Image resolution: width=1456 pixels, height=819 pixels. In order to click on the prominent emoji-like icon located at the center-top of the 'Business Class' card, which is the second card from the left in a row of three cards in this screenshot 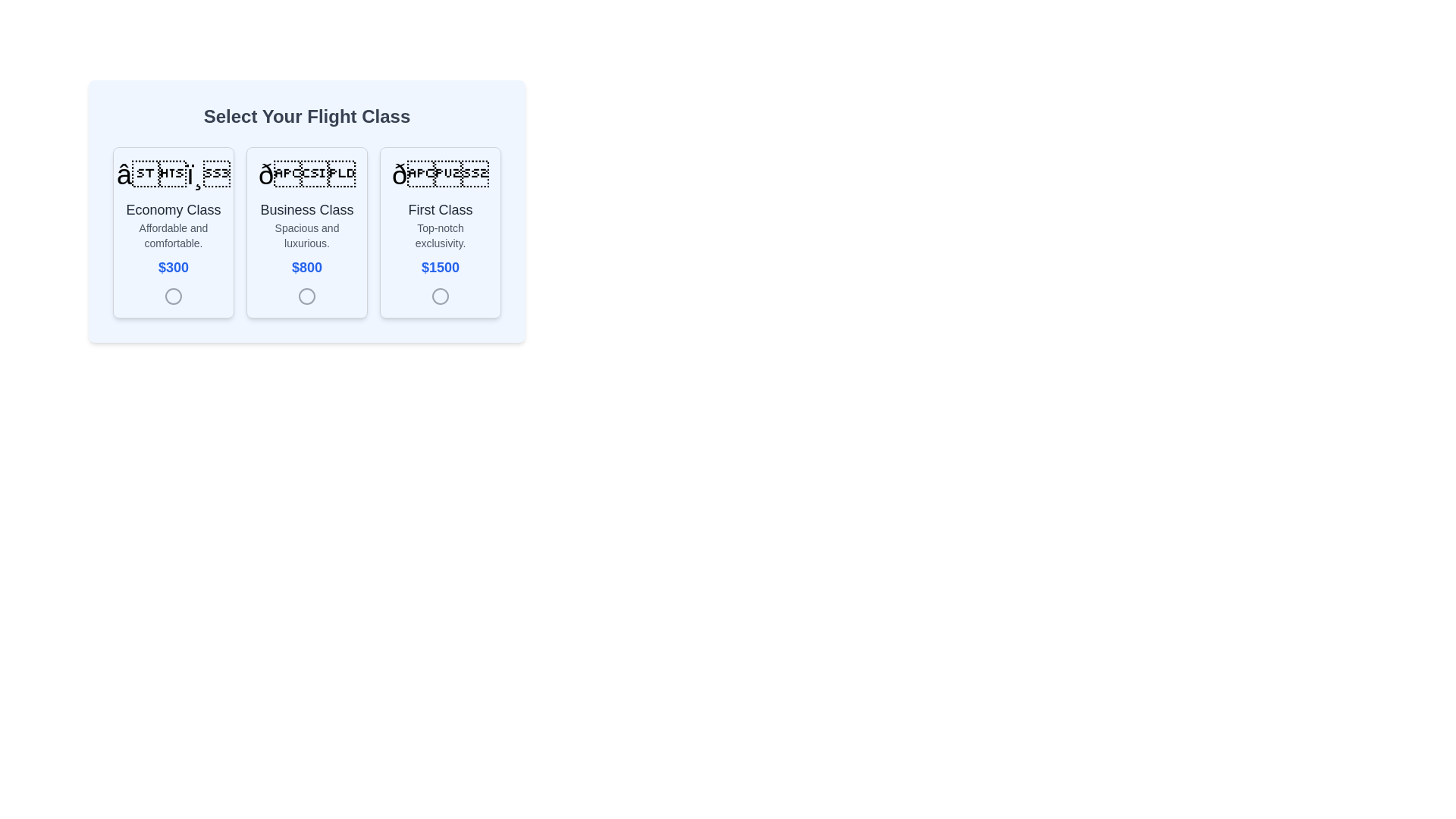, I will do `click(306, 174)`.